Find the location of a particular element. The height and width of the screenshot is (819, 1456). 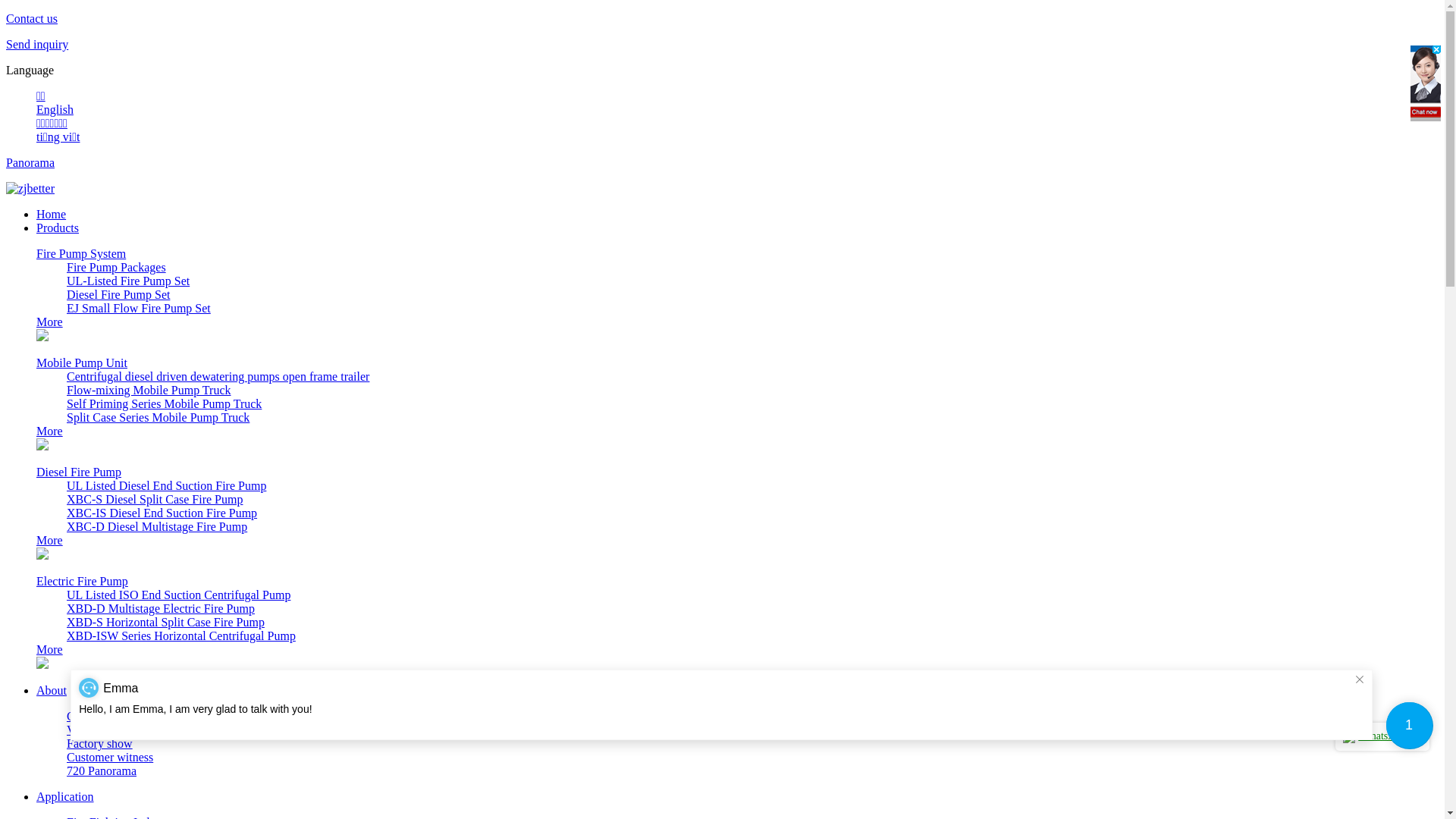

'Split Case Series Mobile Pump Truck' is located at coordinates (158, 417).